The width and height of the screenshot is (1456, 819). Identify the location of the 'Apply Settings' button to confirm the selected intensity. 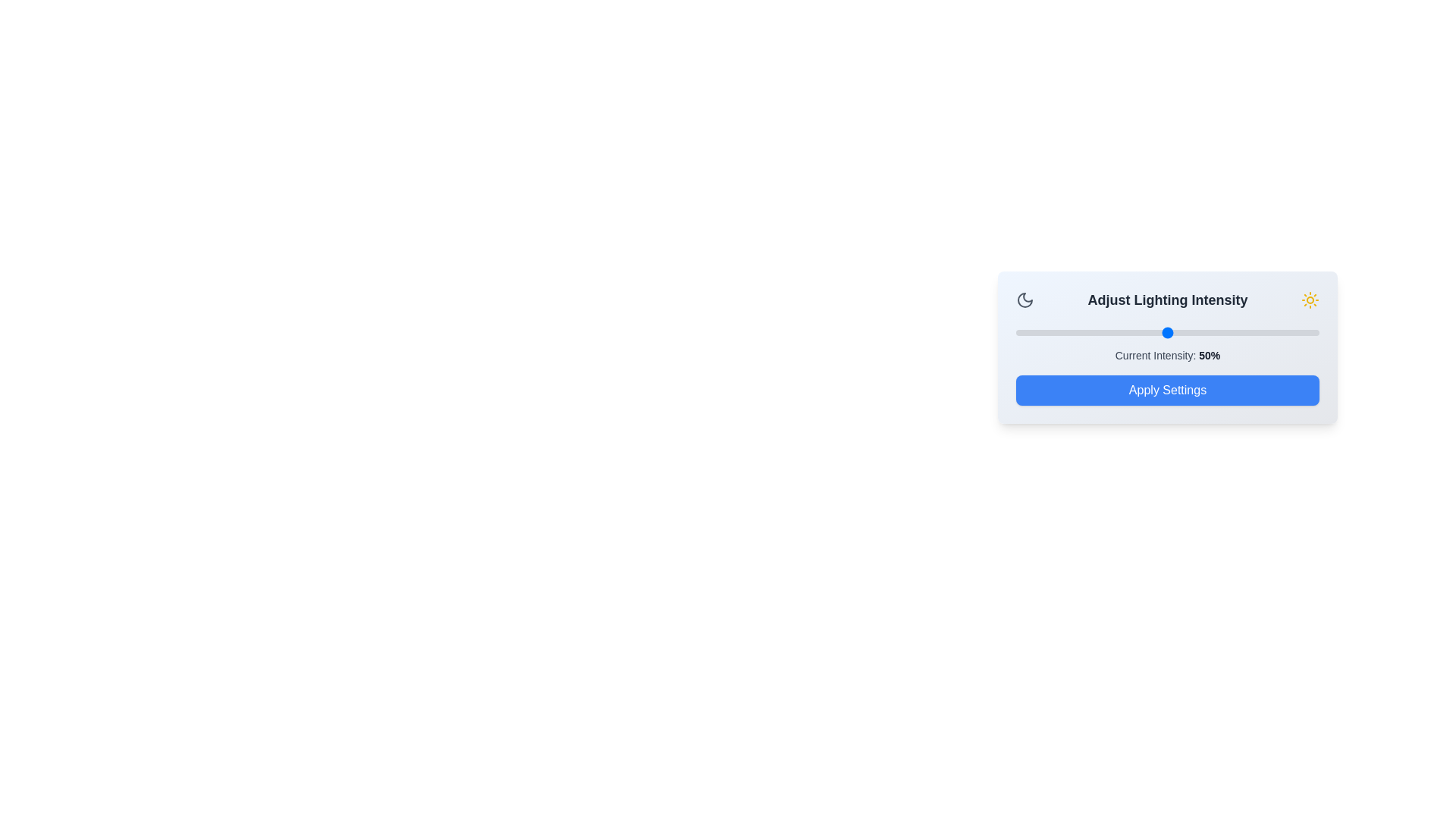
(1167, 390).